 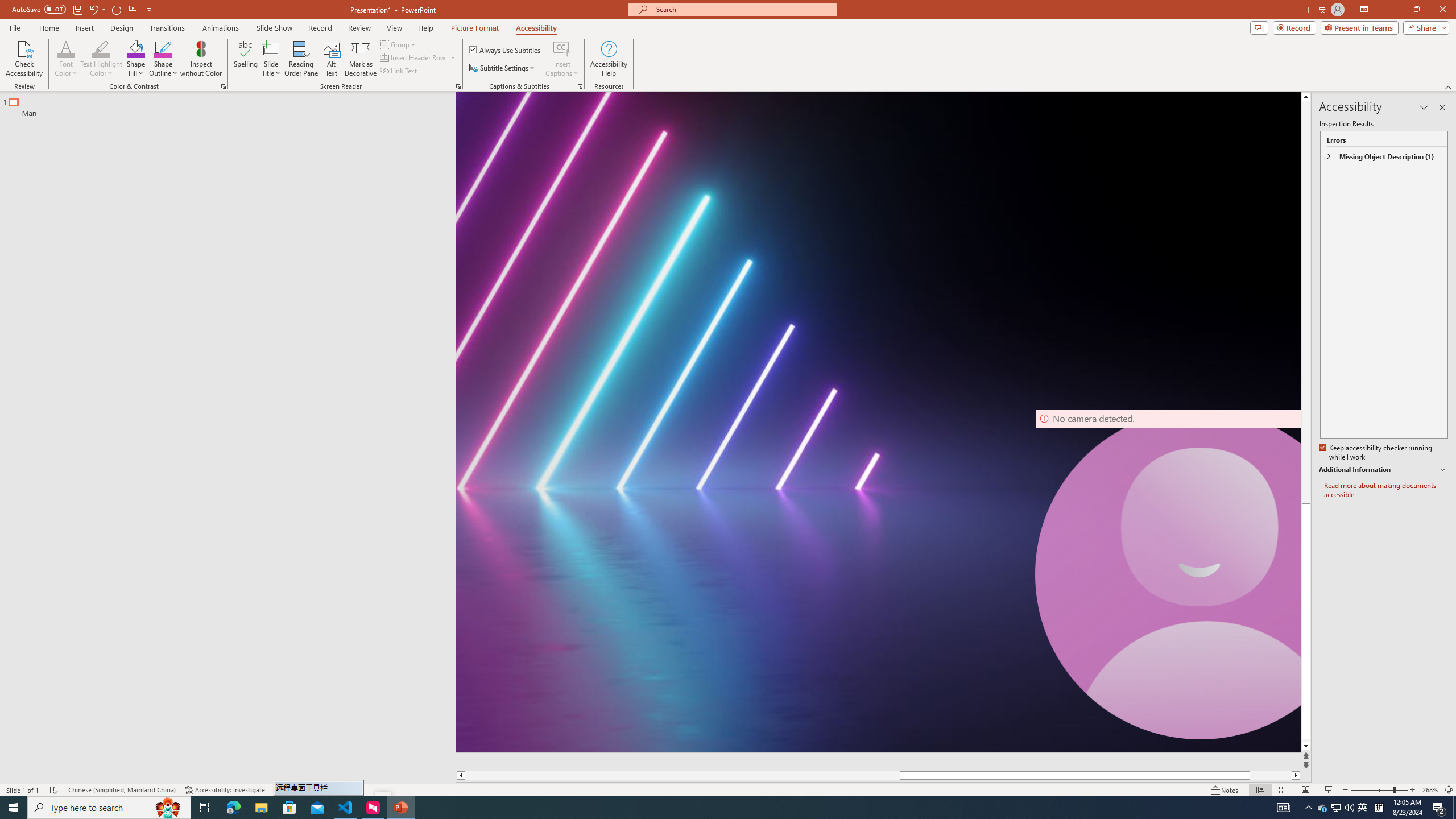 I want to click on 'Mark as Decorative', so click(x=360, y=59).